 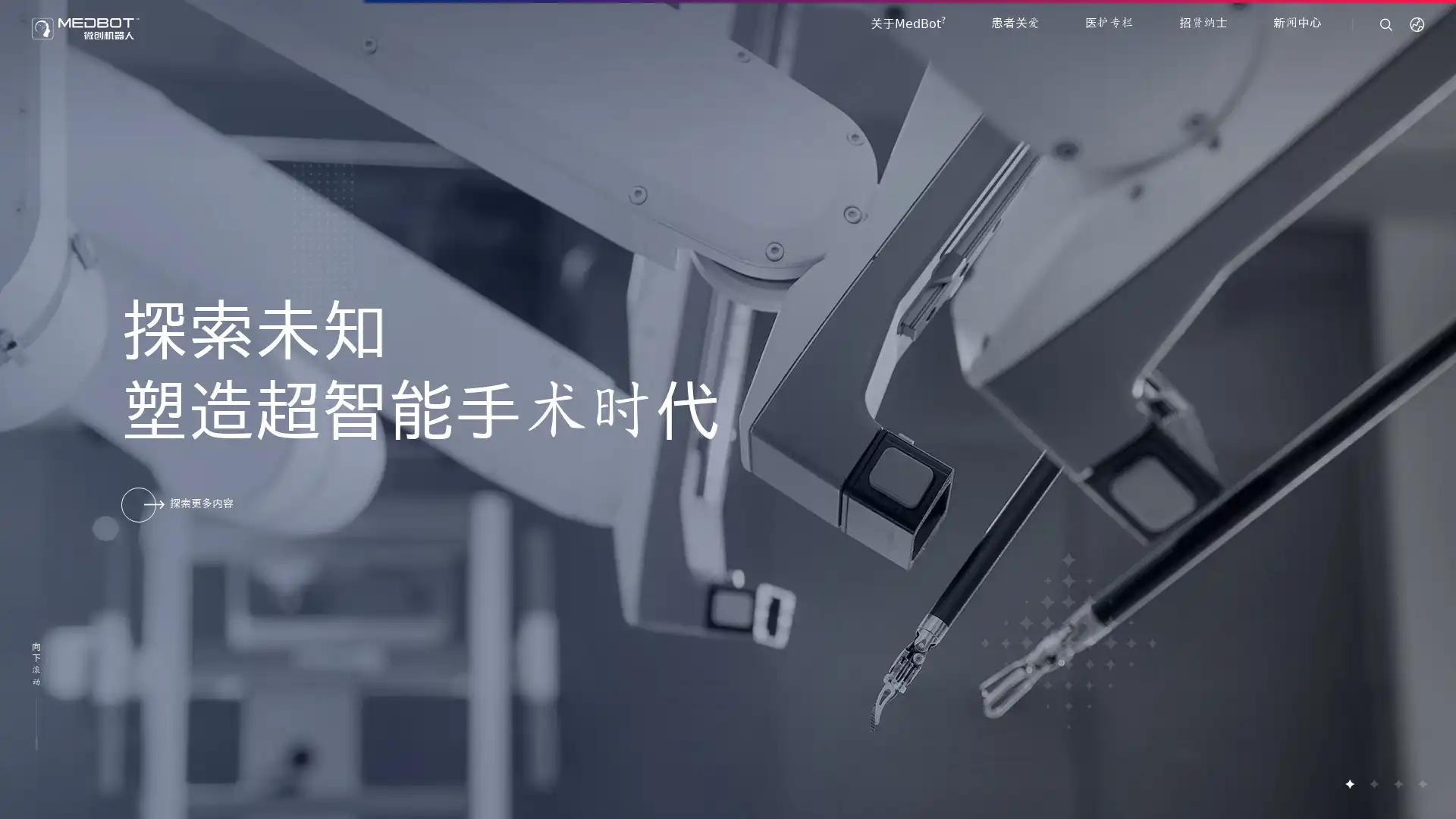 What do you see at coordinates (1373, 783) in the screenshot?
I see `Go to slide 2` at bounding box center [1373, 783].